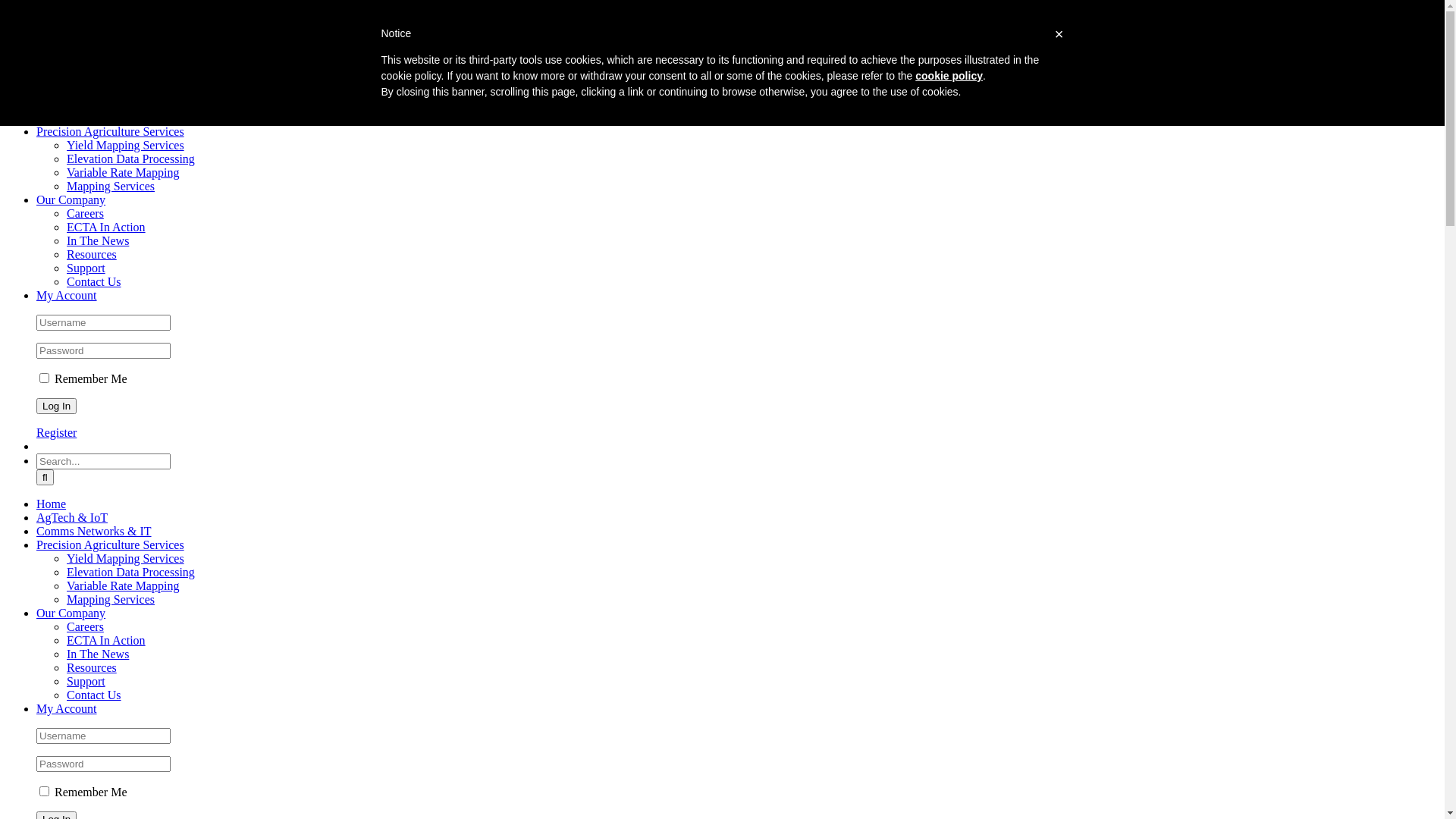  What do you see at coordinates (56, 432) in the screenshot?
I see `'Register'` at bounding box center [56, 432].